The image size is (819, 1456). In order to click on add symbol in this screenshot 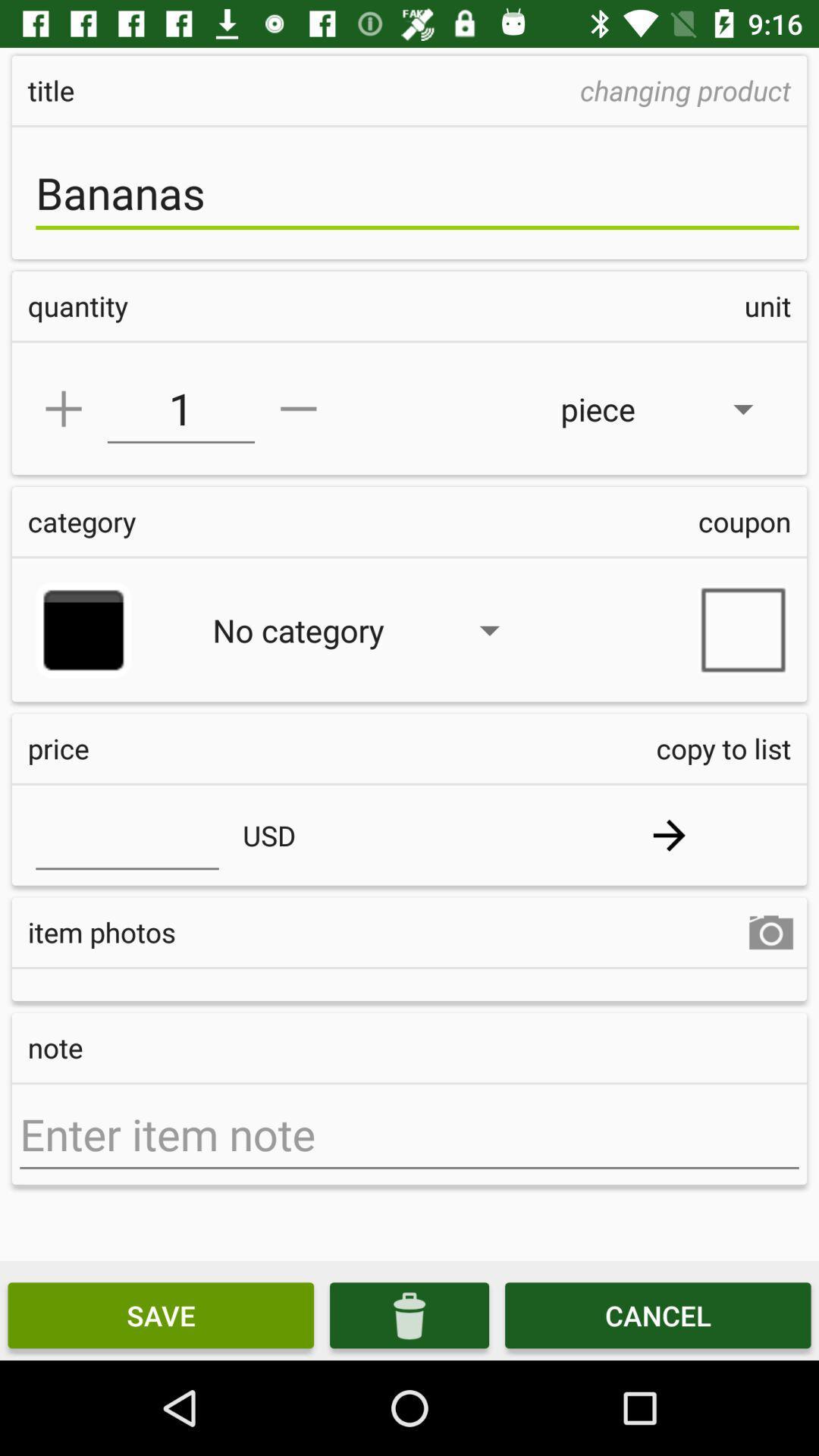, I will do `click(63, 409)`.